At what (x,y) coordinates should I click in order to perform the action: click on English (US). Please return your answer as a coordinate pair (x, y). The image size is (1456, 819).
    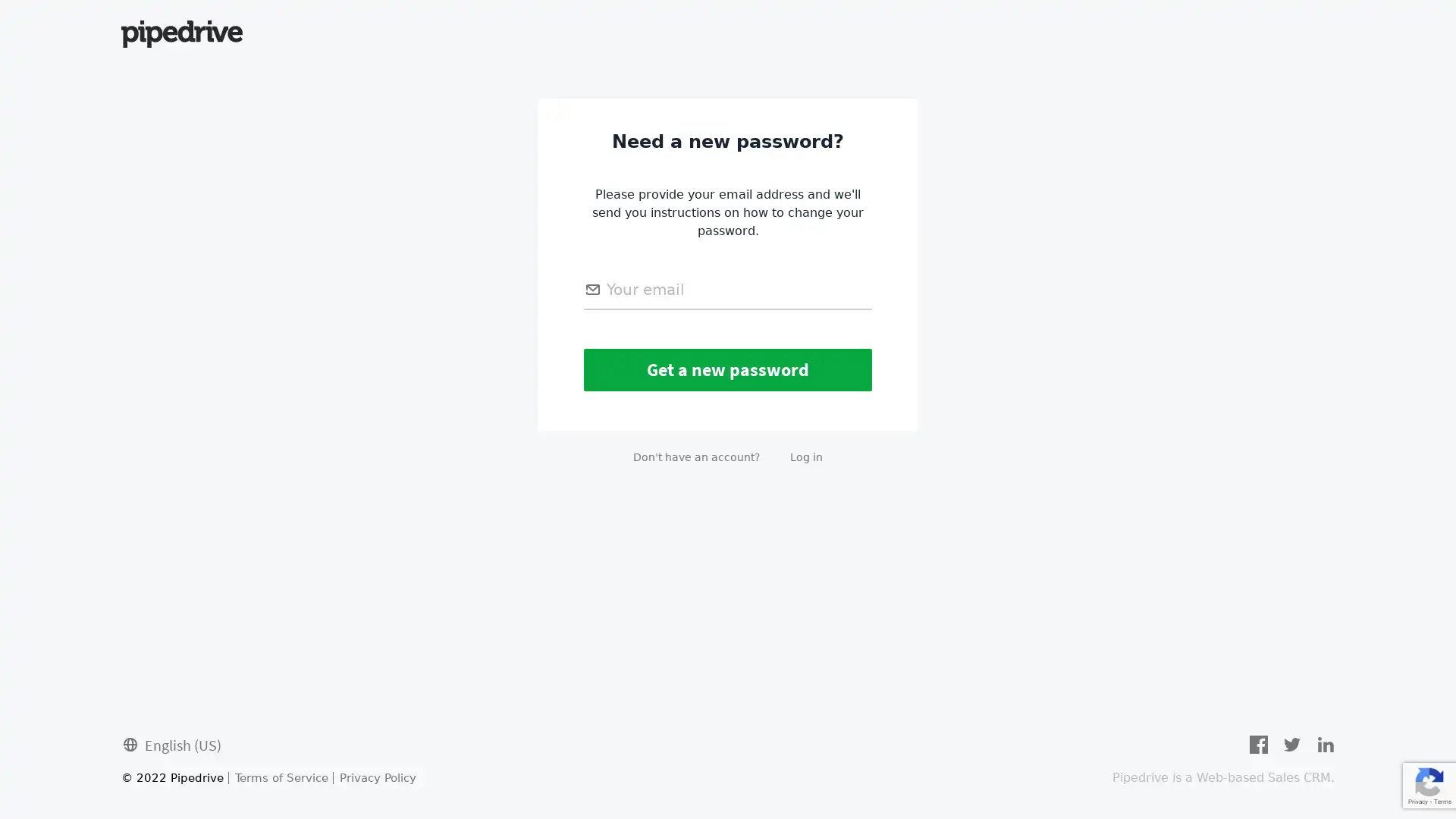
    Looking at the image, I should click on (171, 744).